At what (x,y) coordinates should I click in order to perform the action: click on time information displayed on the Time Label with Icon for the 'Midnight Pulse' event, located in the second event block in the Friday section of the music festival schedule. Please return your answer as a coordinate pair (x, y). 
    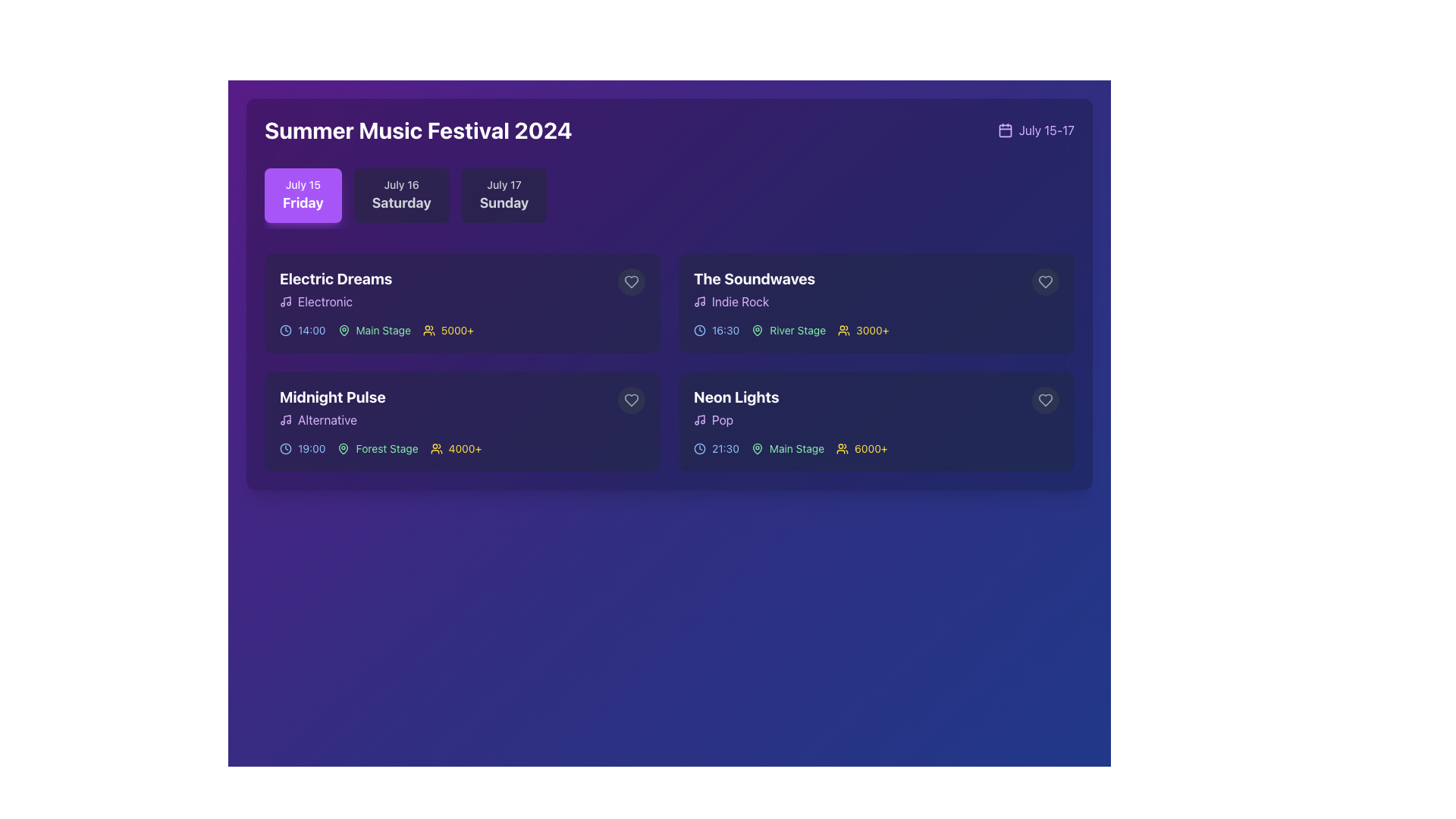
    Looking at the image, I should click on (303, 447).